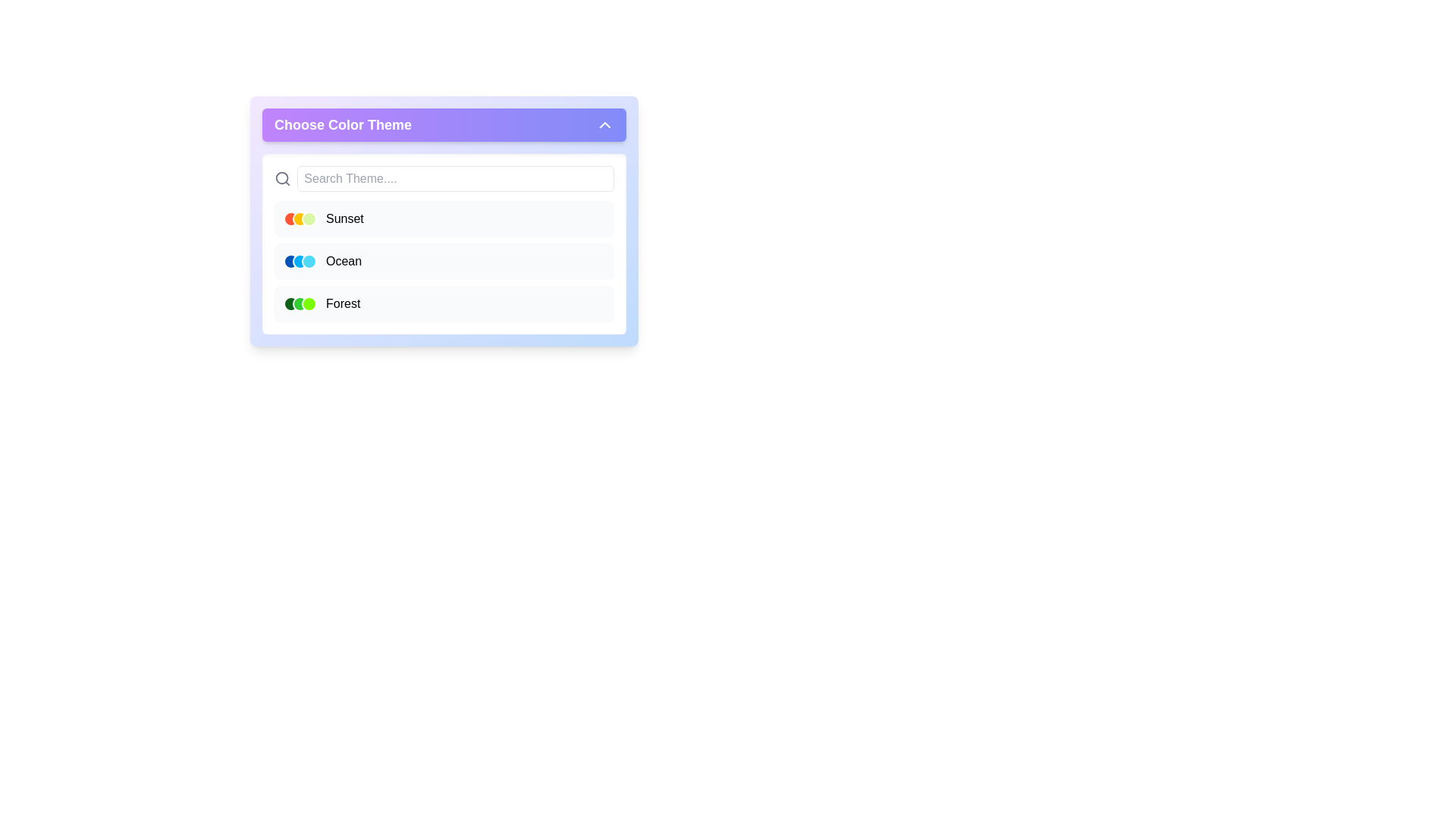  I want to click on the 'Forest' theme text label, which serves as a descriptive text for the selectable color theme option in the 'Choose Color Theme' pop-up interface, so click(342, 304).